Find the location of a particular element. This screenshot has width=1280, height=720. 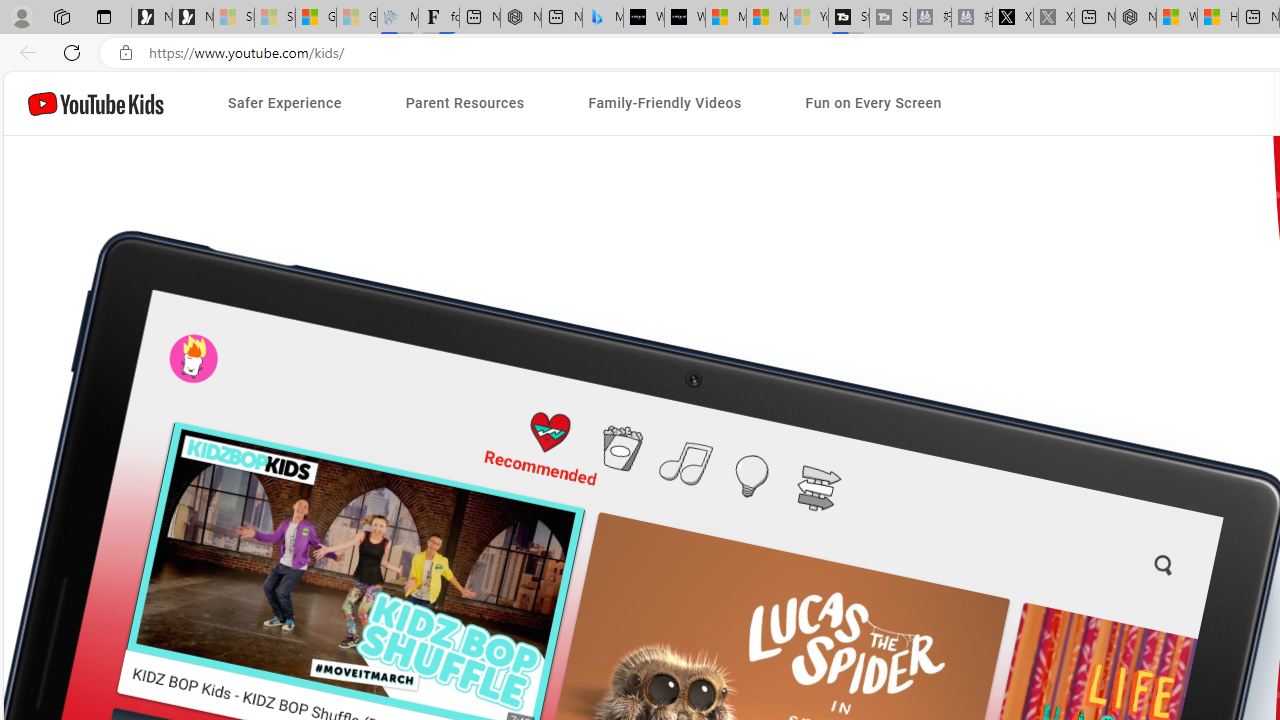

'X - Sleeping' is located at coordinates (1053, 17).